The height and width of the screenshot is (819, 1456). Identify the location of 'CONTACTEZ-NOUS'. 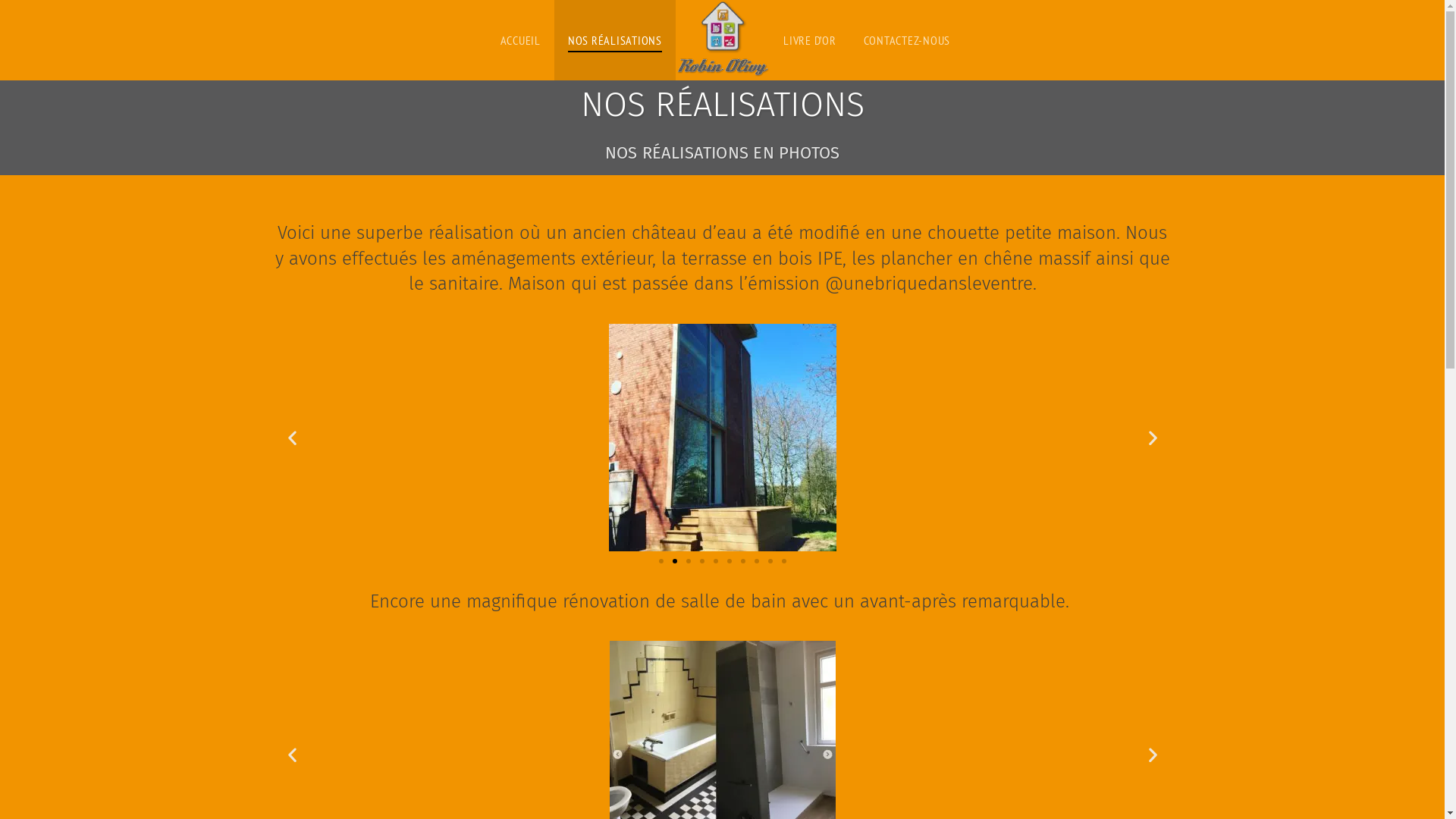
(907, 39).